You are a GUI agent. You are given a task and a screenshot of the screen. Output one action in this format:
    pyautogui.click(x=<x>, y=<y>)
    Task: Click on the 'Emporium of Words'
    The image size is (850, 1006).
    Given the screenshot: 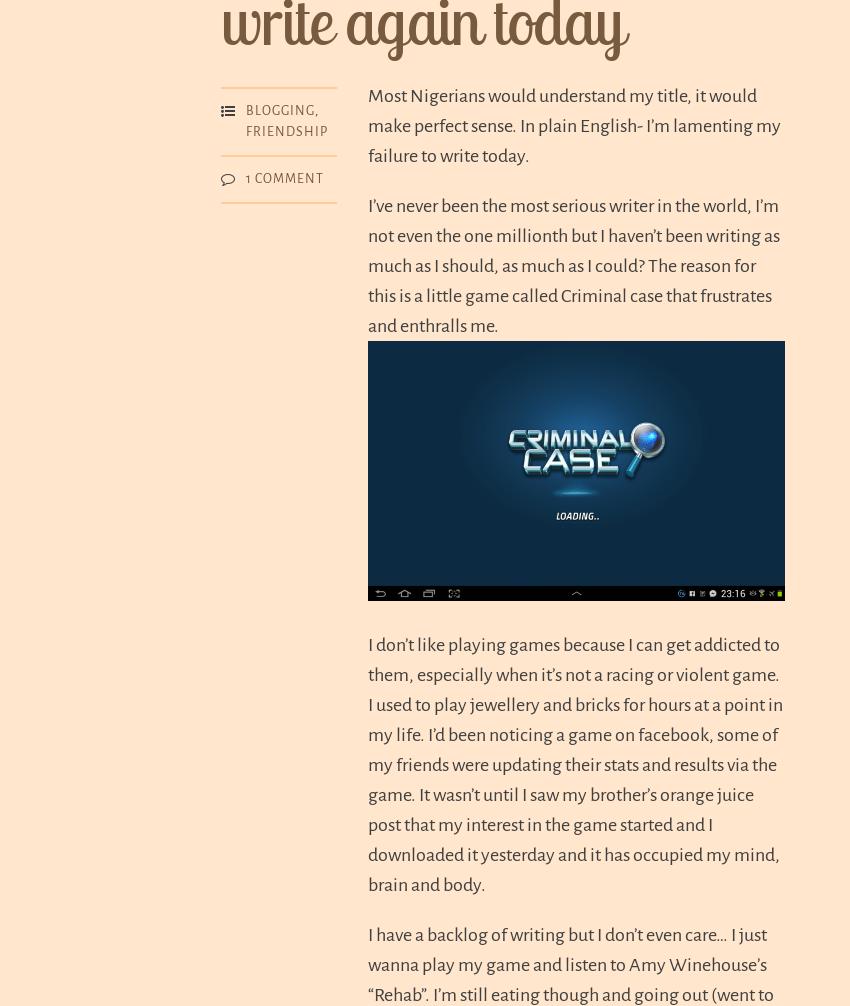 What is the action you would take?
    pyautogui.click(x=75, y=24)
    